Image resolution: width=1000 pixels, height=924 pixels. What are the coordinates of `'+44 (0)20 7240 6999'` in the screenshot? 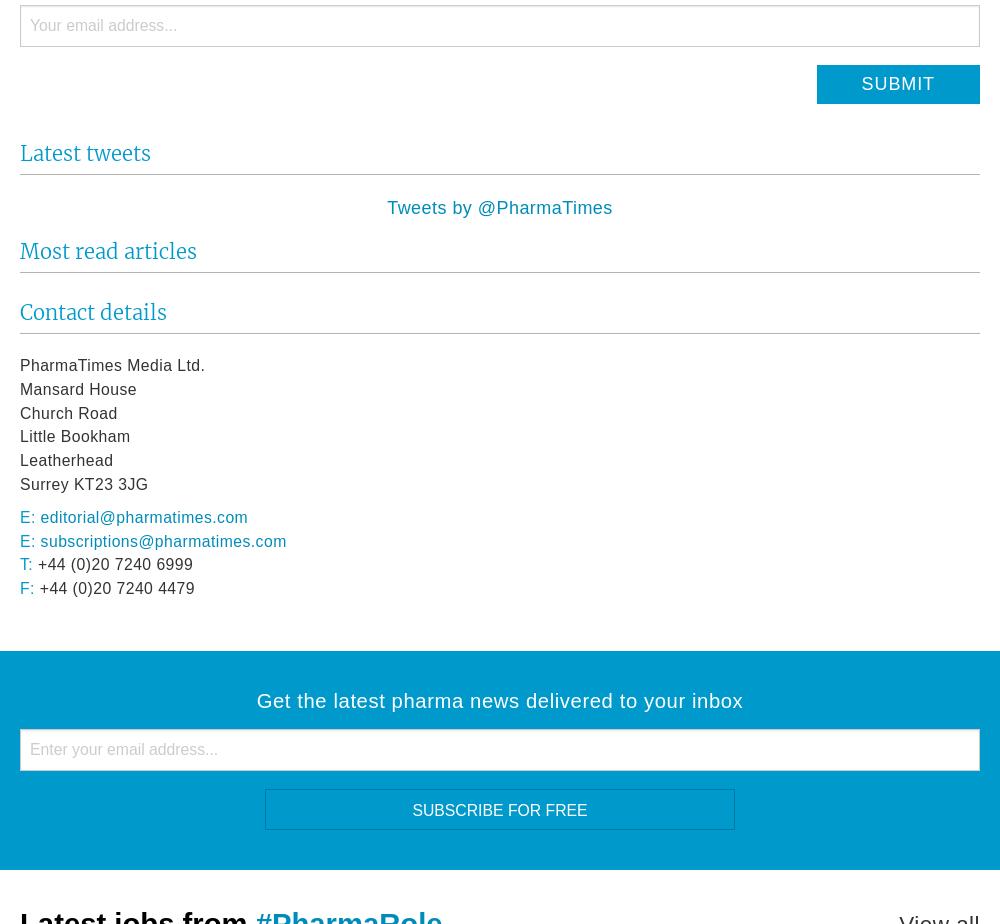 It's located at (112, 564).